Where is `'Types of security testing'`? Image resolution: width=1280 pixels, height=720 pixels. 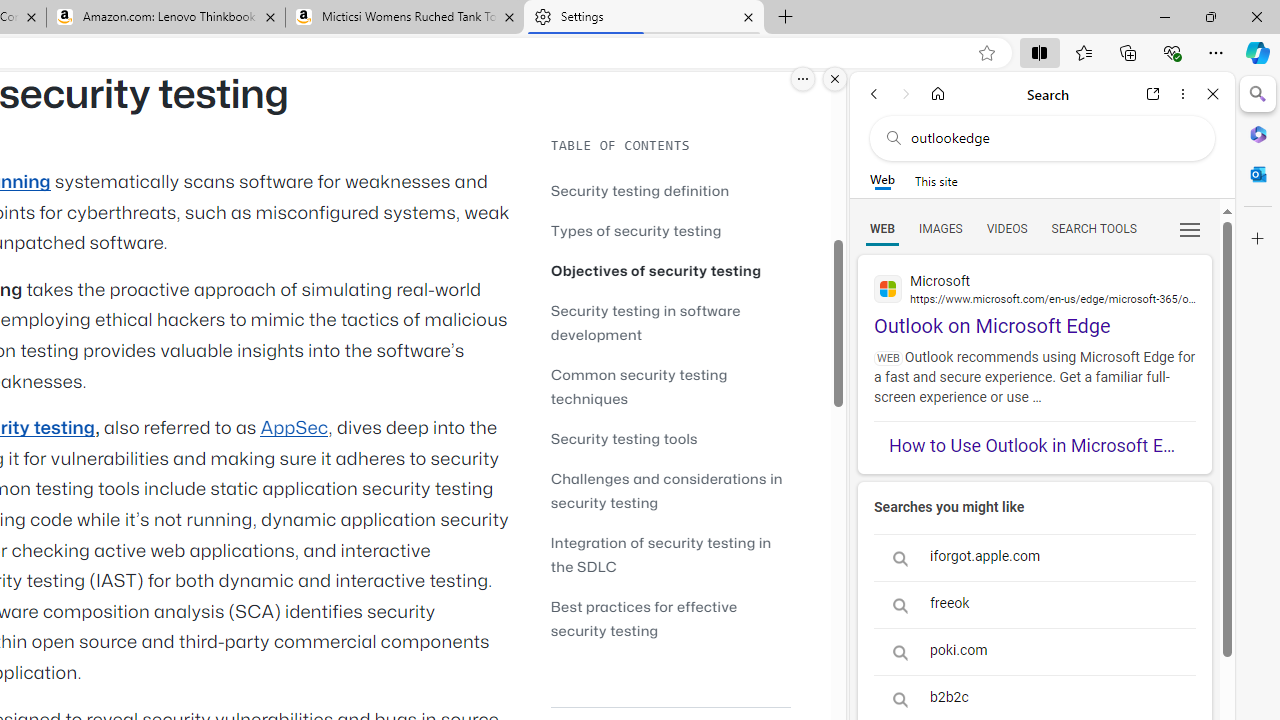
'Types of security testing' is located at coordinates (635, 229).